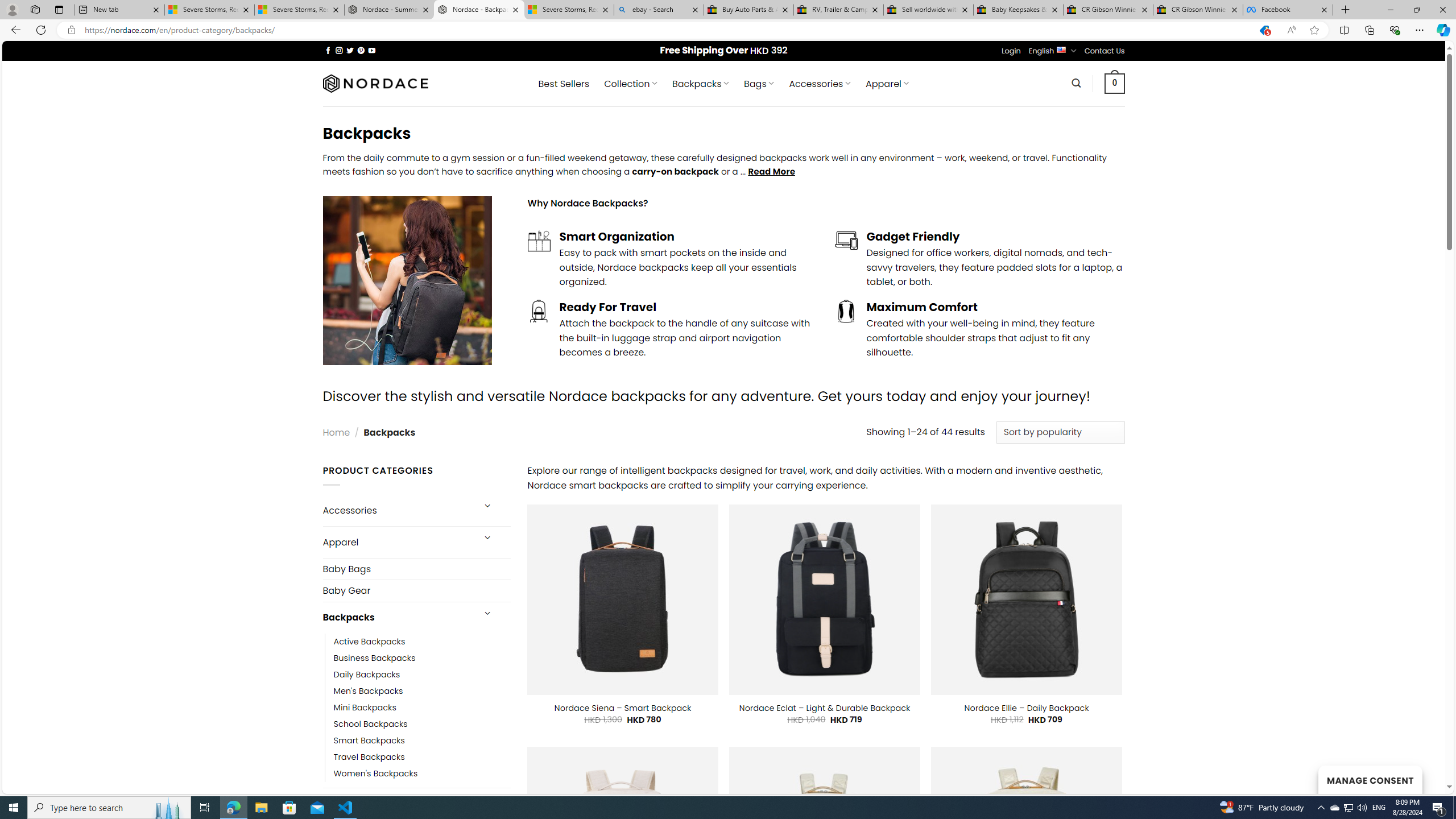 The height and width of the screenshot is (819, 1456). What do you see at coordinates (366, 673) in the screenshot?
I see `'Daily Backpacks'` at bounding box center [366, 673].